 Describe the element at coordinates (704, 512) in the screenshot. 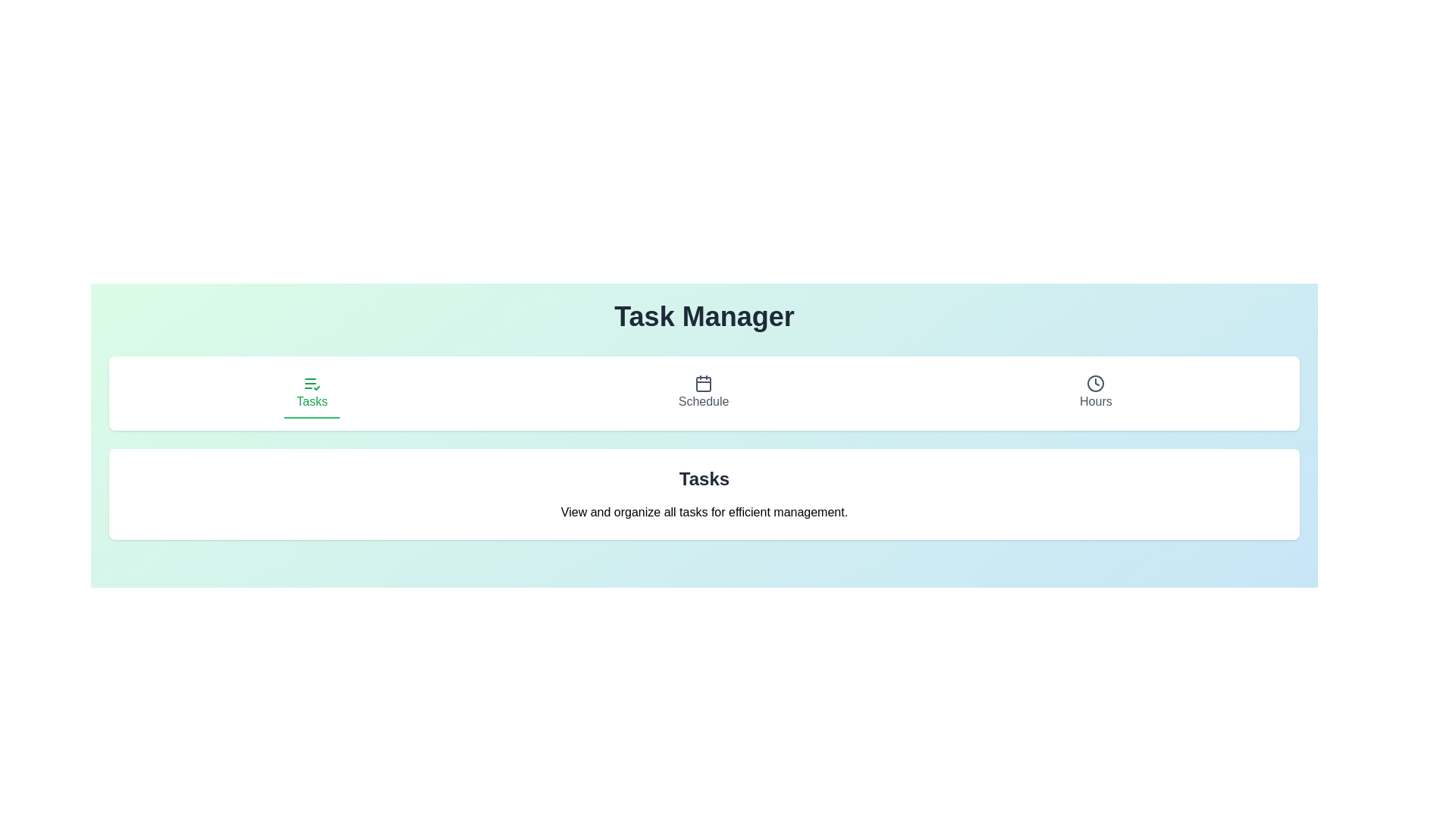

I see `the informational text located beneath the 'Tasks' title in the white rectangular section labeled 'Tasks'` at that location.